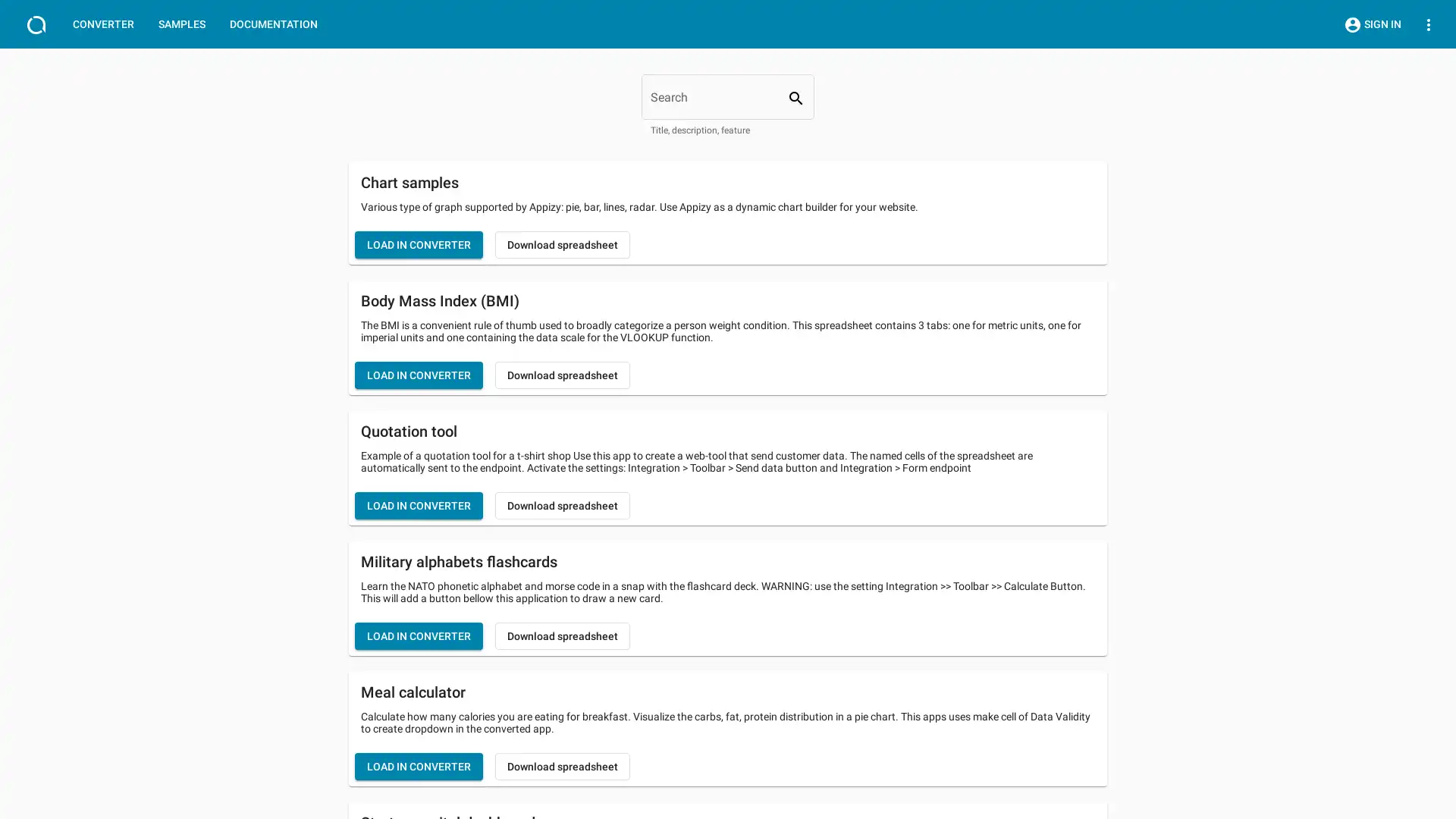 This screenshot has width=1456, height=819. What do you see at coordinates (419, 766) in the screenshot?
I see `LOAD IN CONVERTER` at bounding box center [419, 766].